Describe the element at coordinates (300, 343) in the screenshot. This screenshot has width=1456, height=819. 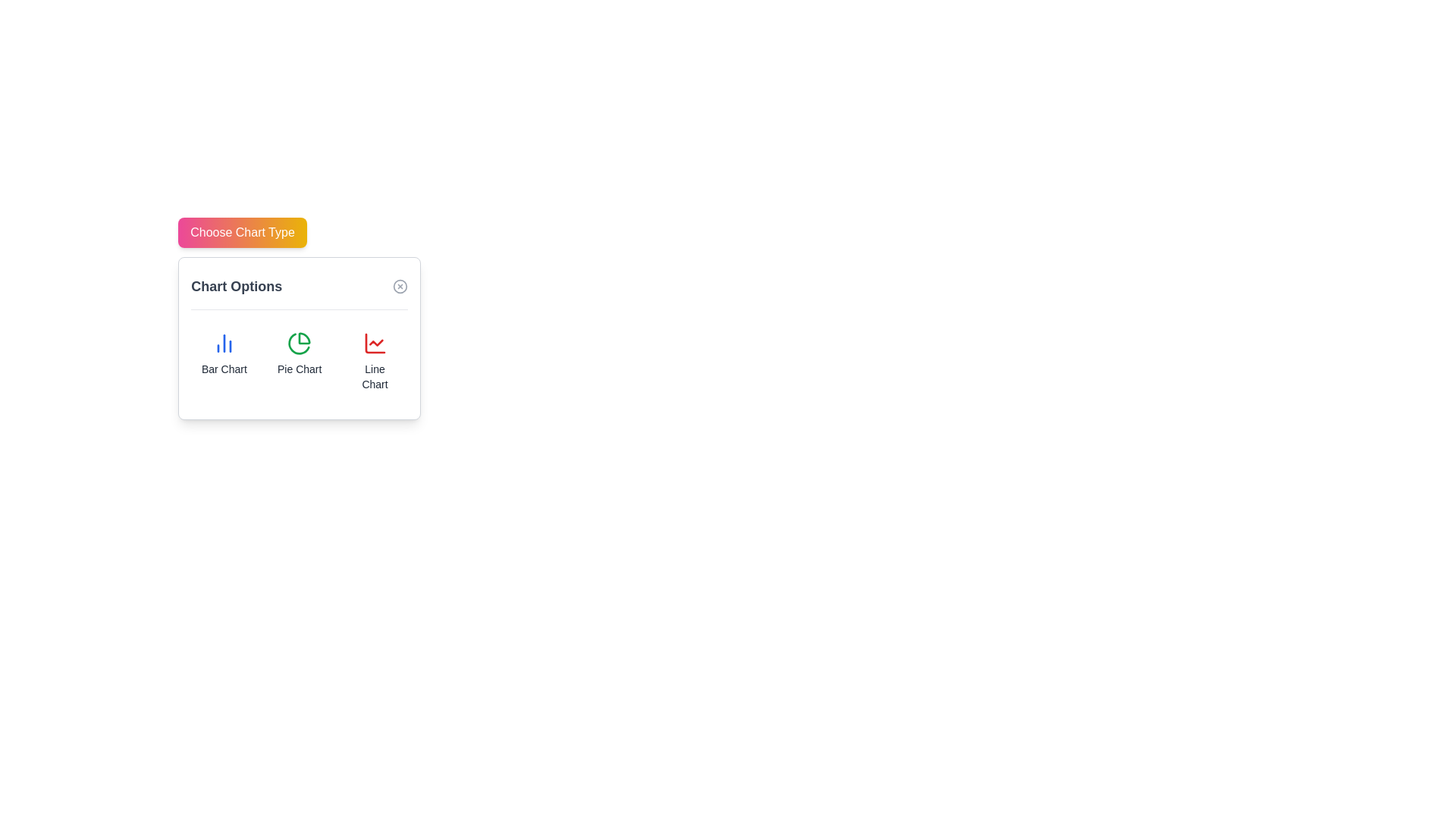
I see `the second icon in the Chart Options section, which represents the pie chart visualization option` at that location.